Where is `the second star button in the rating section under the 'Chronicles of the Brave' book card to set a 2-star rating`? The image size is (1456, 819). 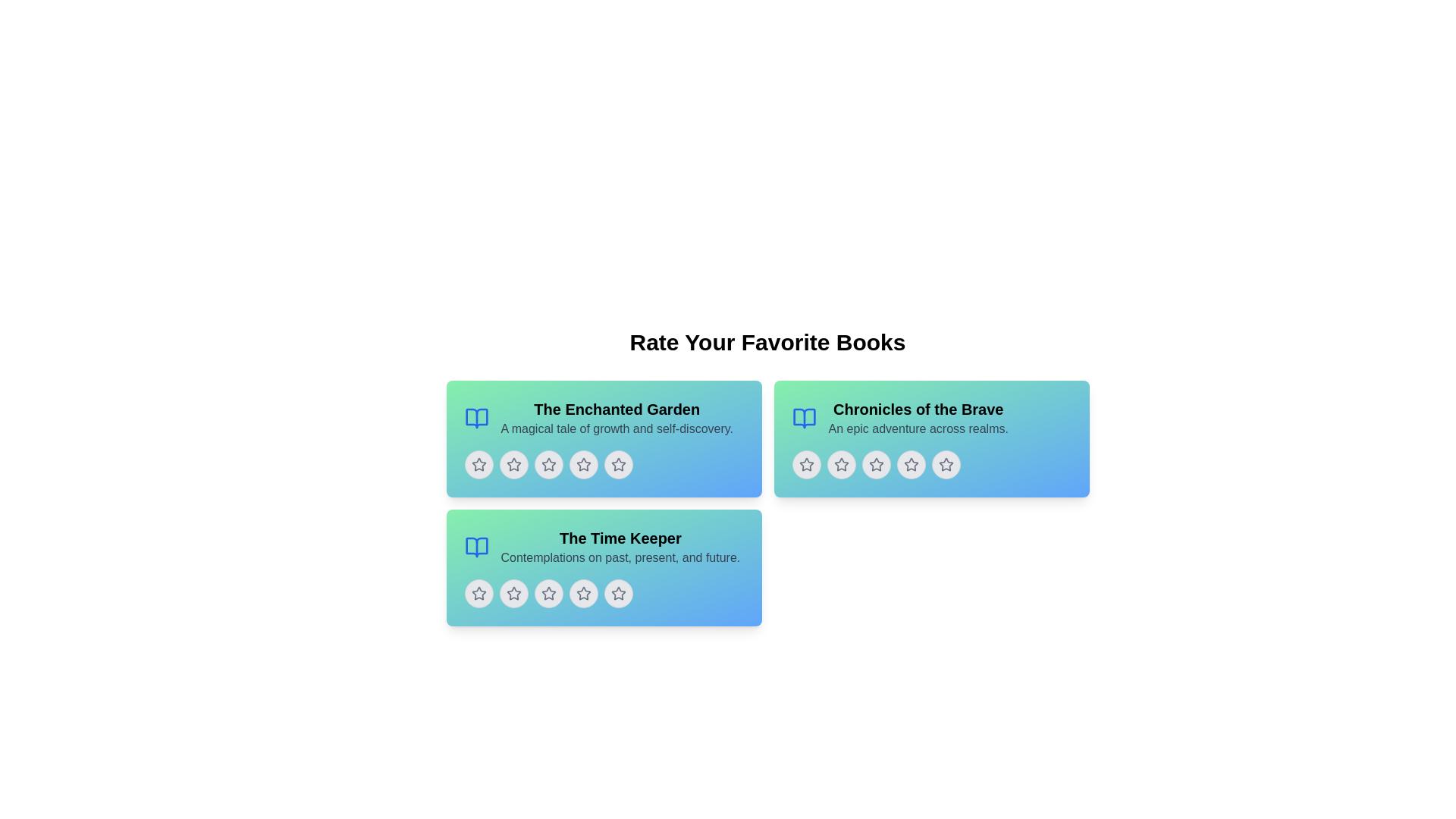
the second star button in the rating section under the 'Chronicles of the Brave' book card to set a 2-star rating is located at coordinates (840, 464).